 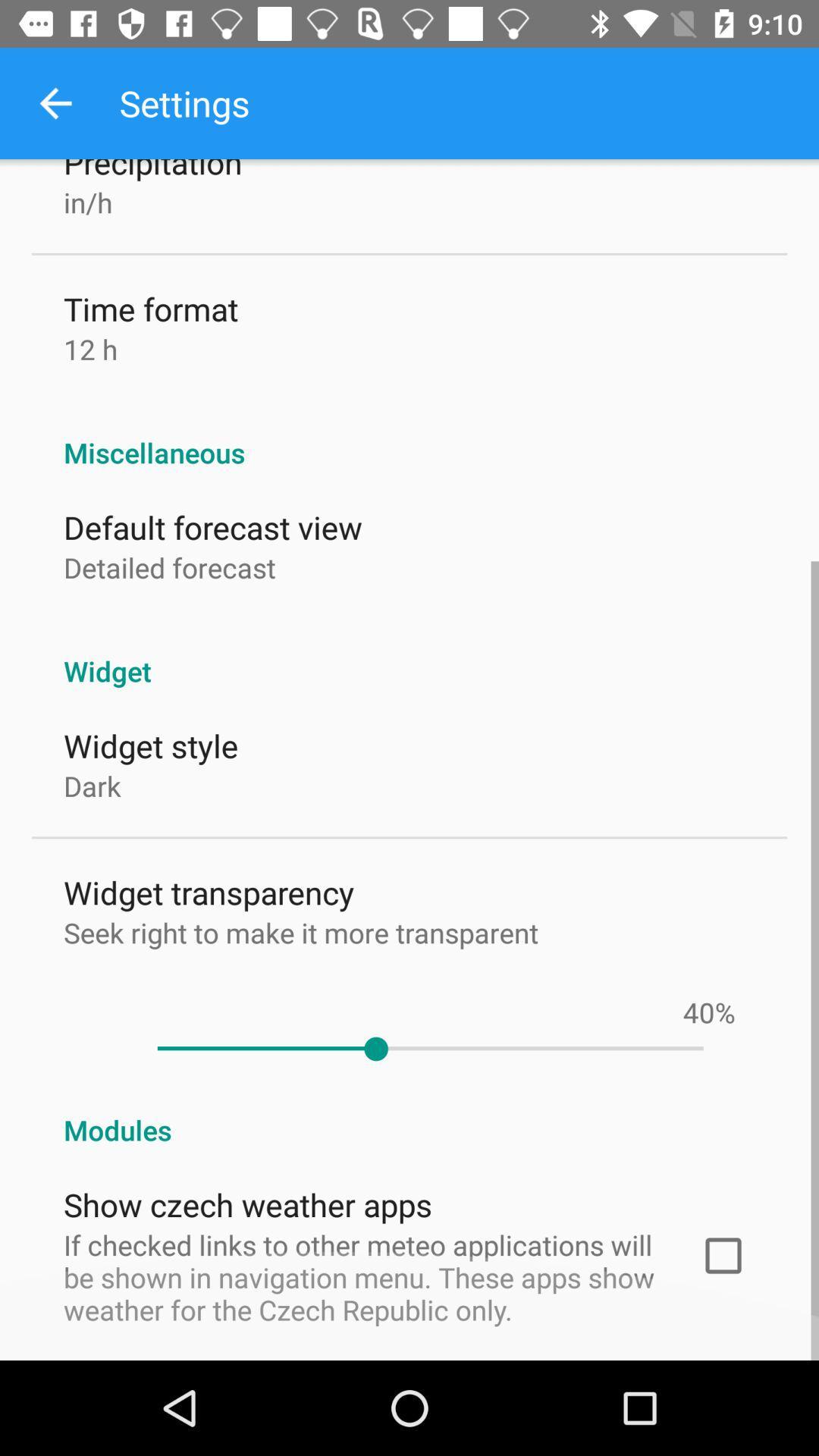 I want to click on the app next to settings, so click(x=55, y=102).